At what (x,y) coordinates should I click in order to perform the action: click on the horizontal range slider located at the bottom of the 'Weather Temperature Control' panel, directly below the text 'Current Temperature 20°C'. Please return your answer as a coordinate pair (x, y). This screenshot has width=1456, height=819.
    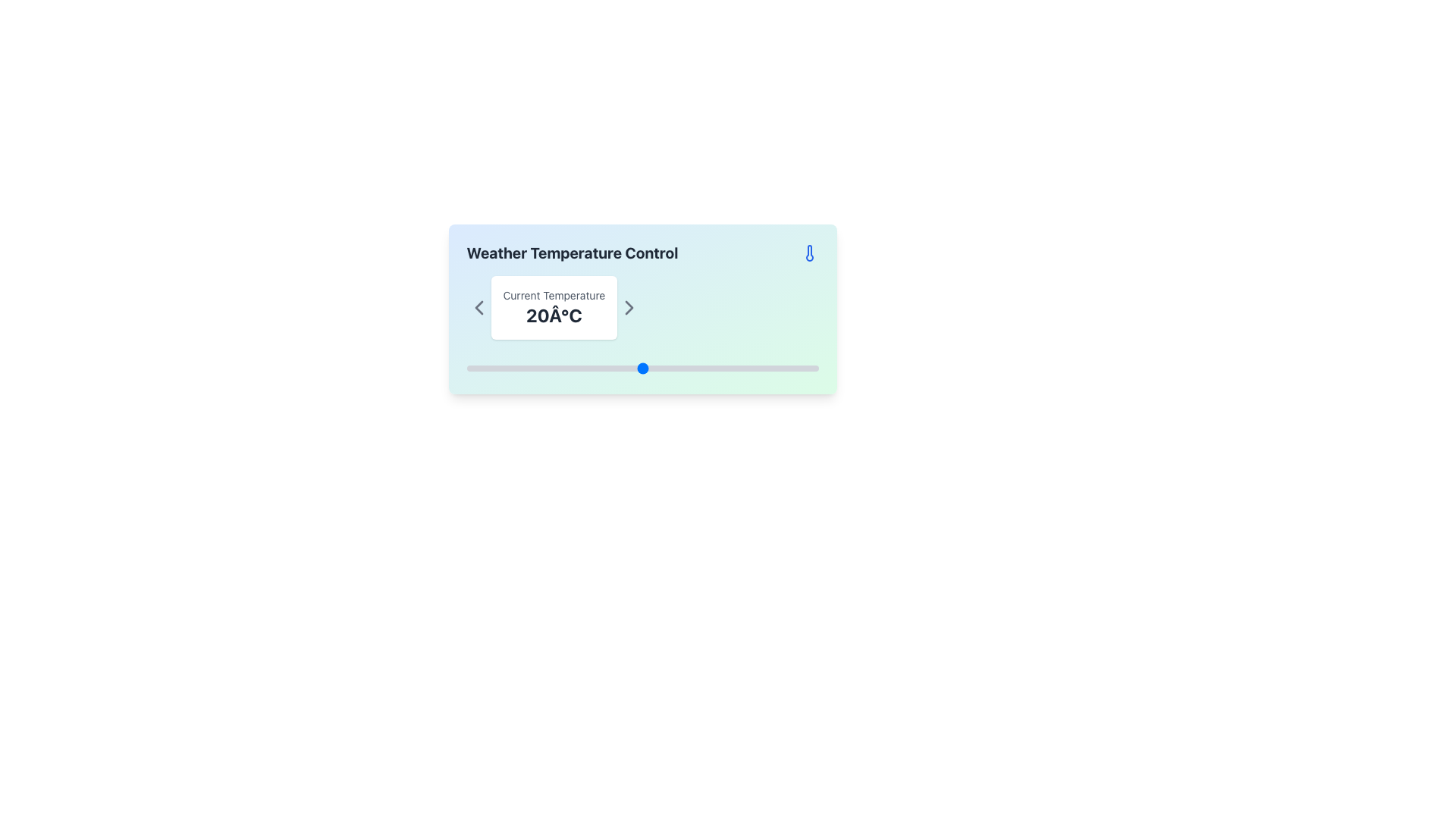
    Looking at the image, I should click on (642, 366).